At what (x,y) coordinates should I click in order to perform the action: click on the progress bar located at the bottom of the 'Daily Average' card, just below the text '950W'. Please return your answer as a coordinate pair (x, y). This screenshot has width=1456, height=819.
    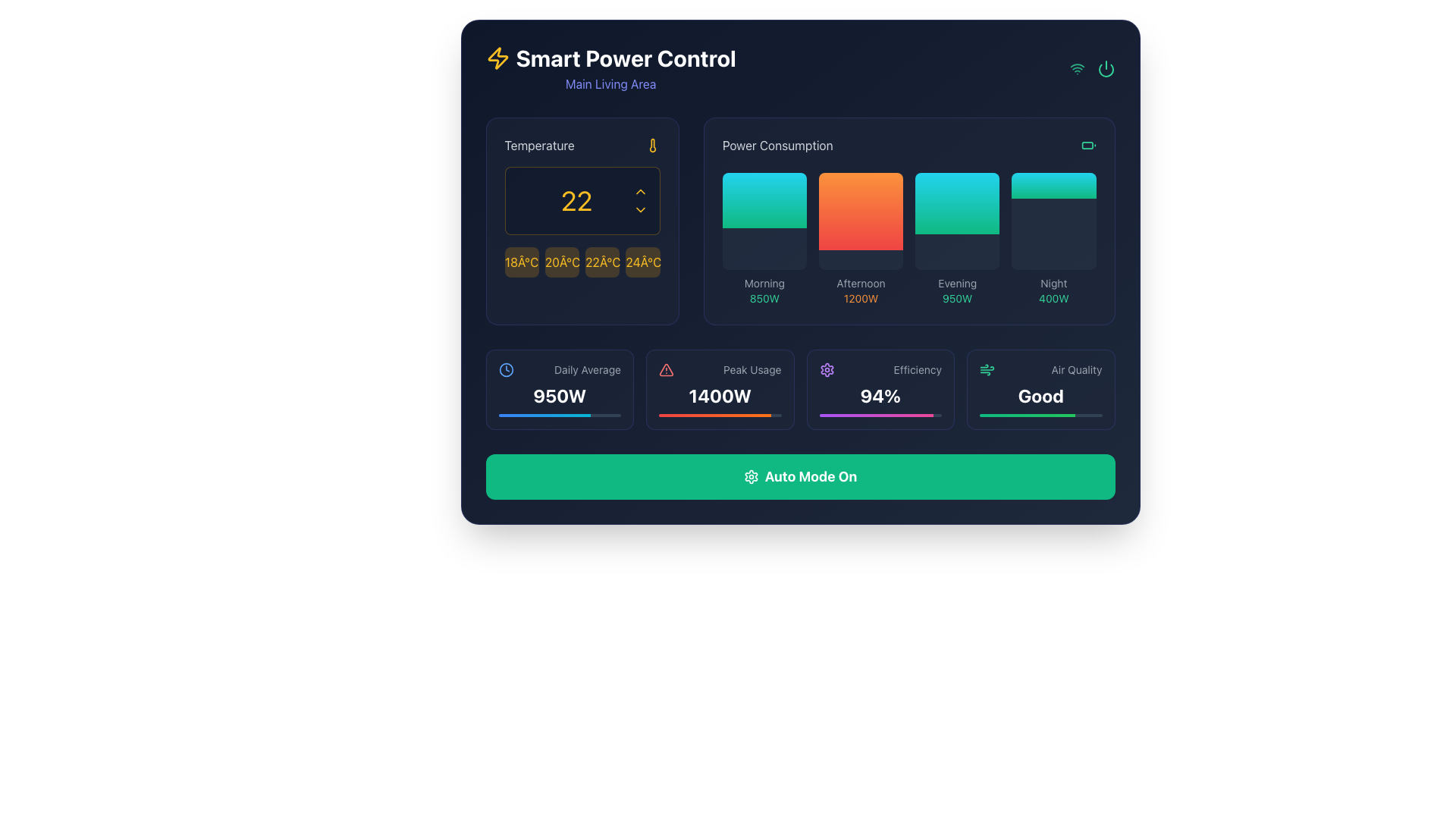
    Looking at the image, I should click on (559, 415).